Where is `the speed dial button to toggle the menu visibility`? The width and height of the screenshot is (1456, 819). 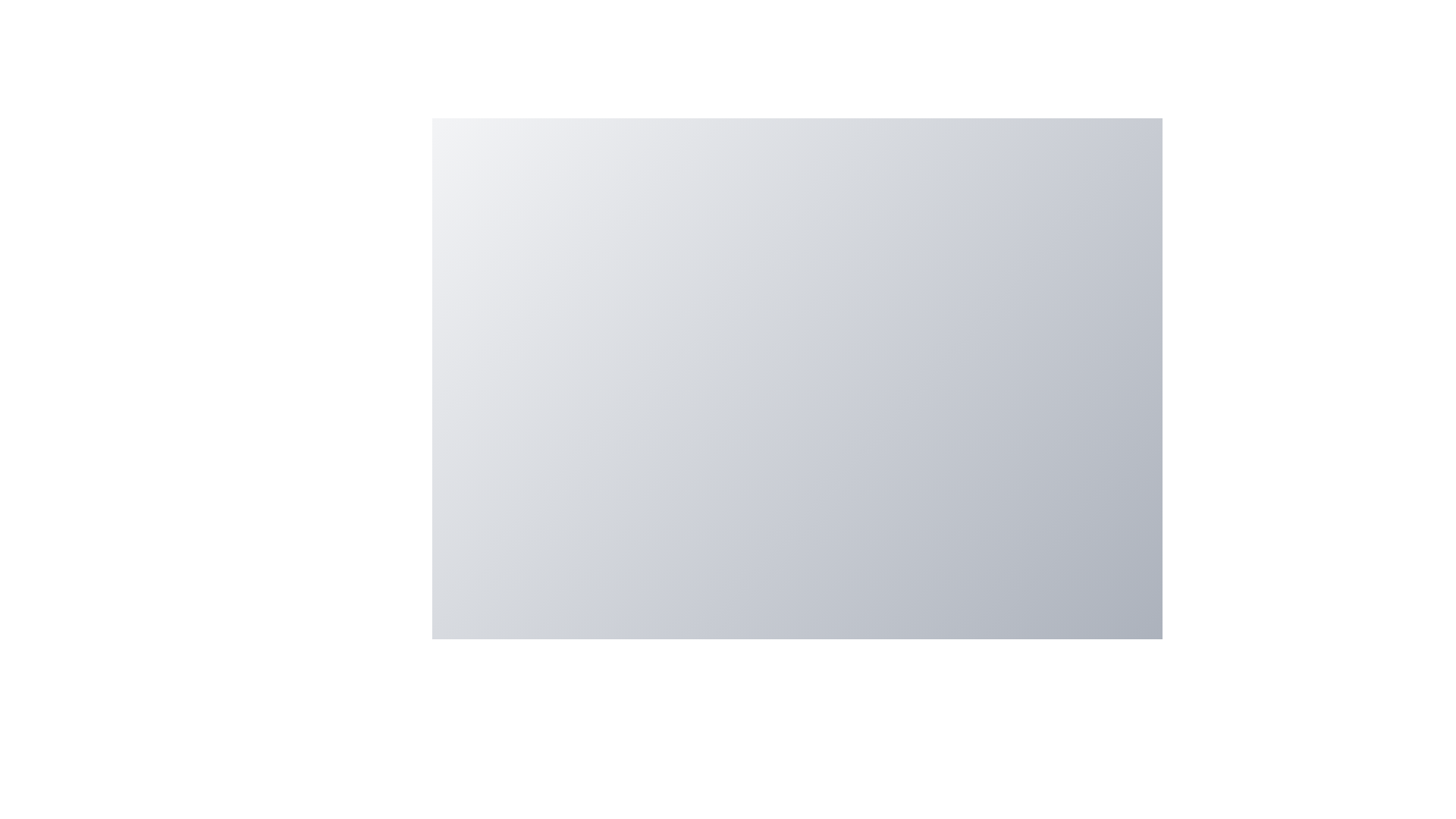 the speed dial button to toggle the menu visibility is located at coordinates (1043, 681).